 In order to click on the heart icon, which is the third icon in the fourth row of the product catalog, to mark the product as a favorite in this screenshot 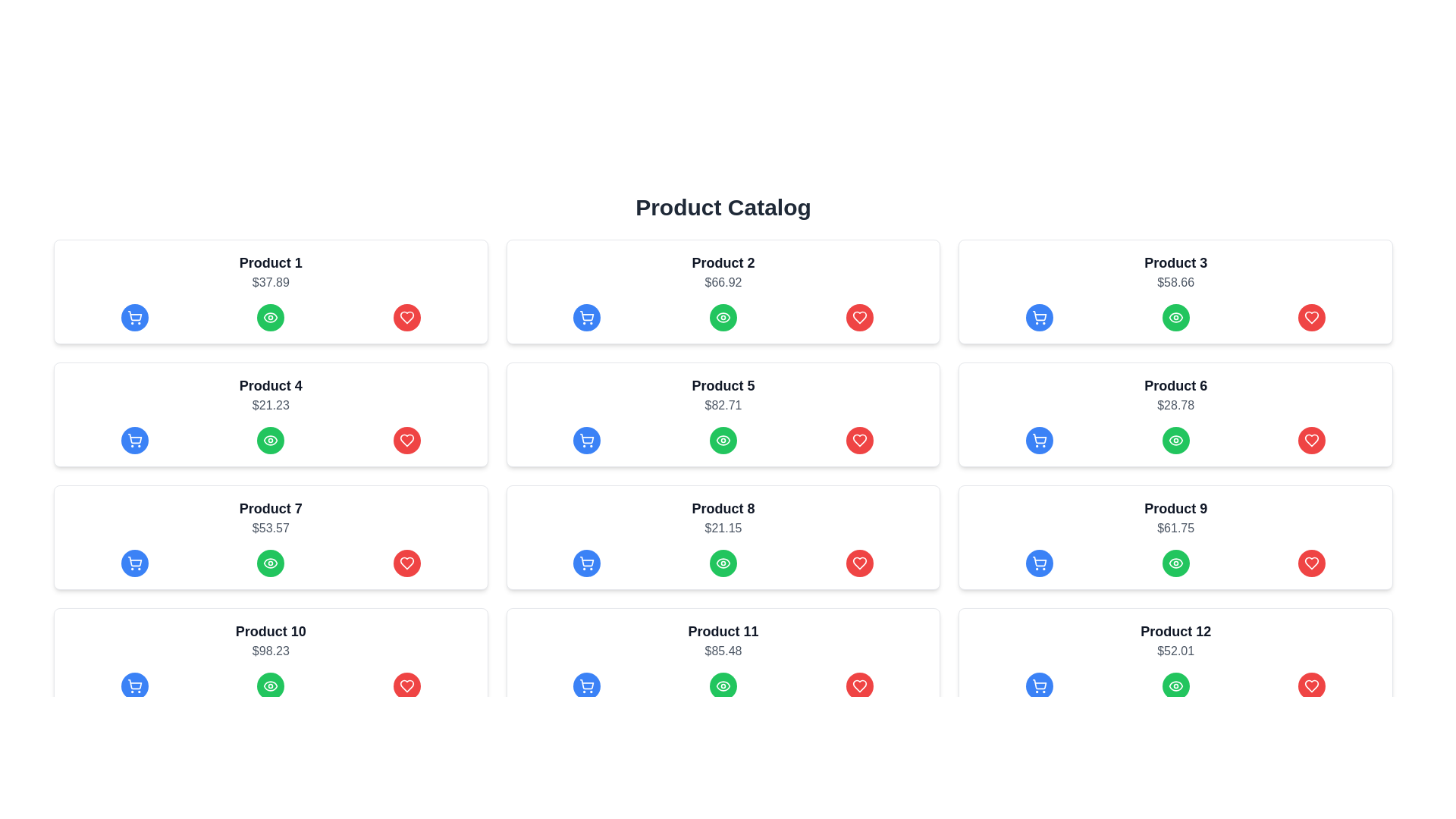, I will do `click(406, 441)`.